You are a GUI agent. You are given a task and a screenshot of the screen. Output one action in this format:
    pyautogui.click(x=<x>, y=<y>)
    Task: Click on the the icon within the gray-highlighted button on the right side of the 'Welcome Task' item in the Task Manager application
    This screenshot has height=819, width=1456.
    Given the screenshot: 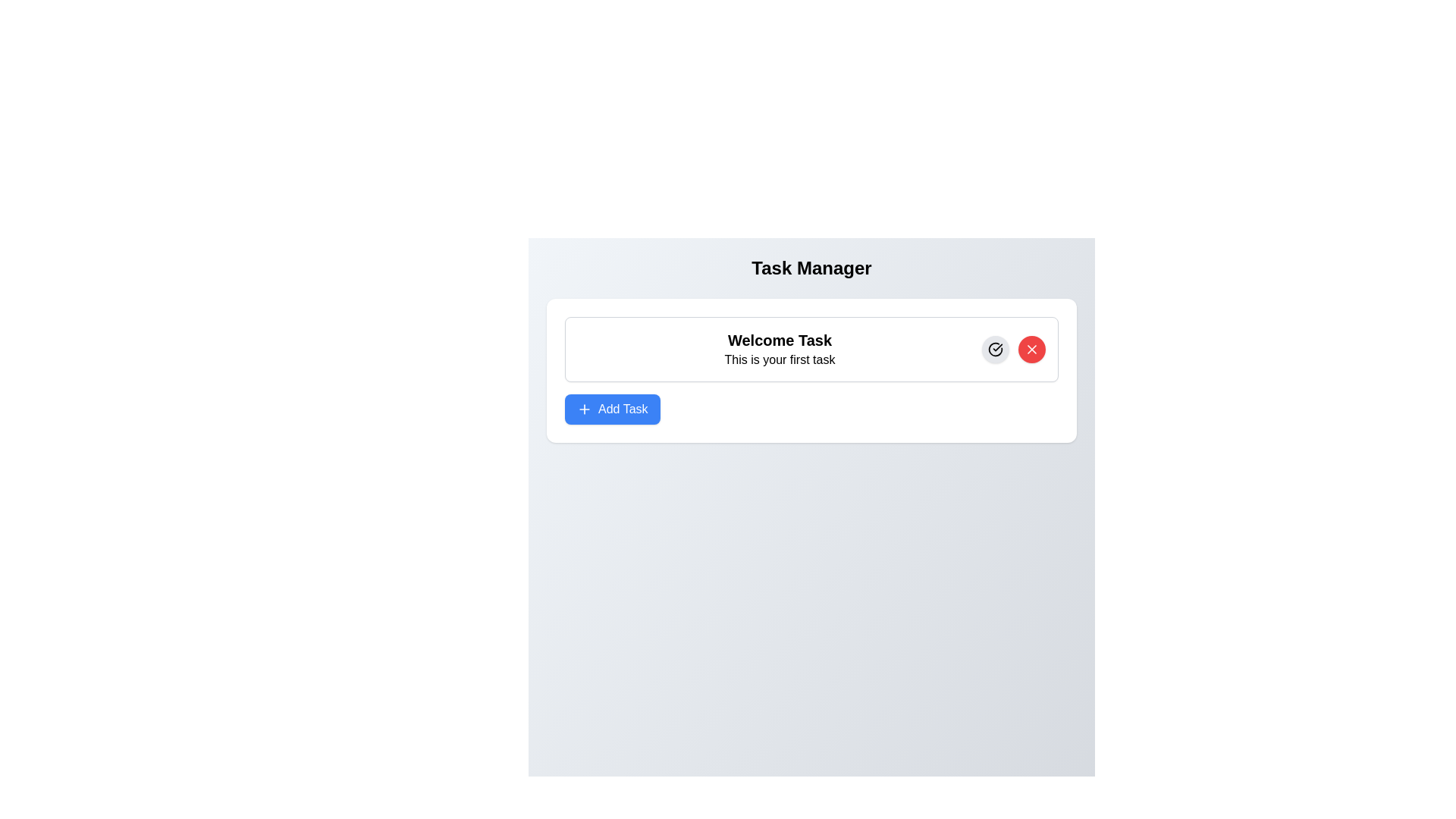 What is the action you would take?
    pyautogui.click(x=996, y=350)
    